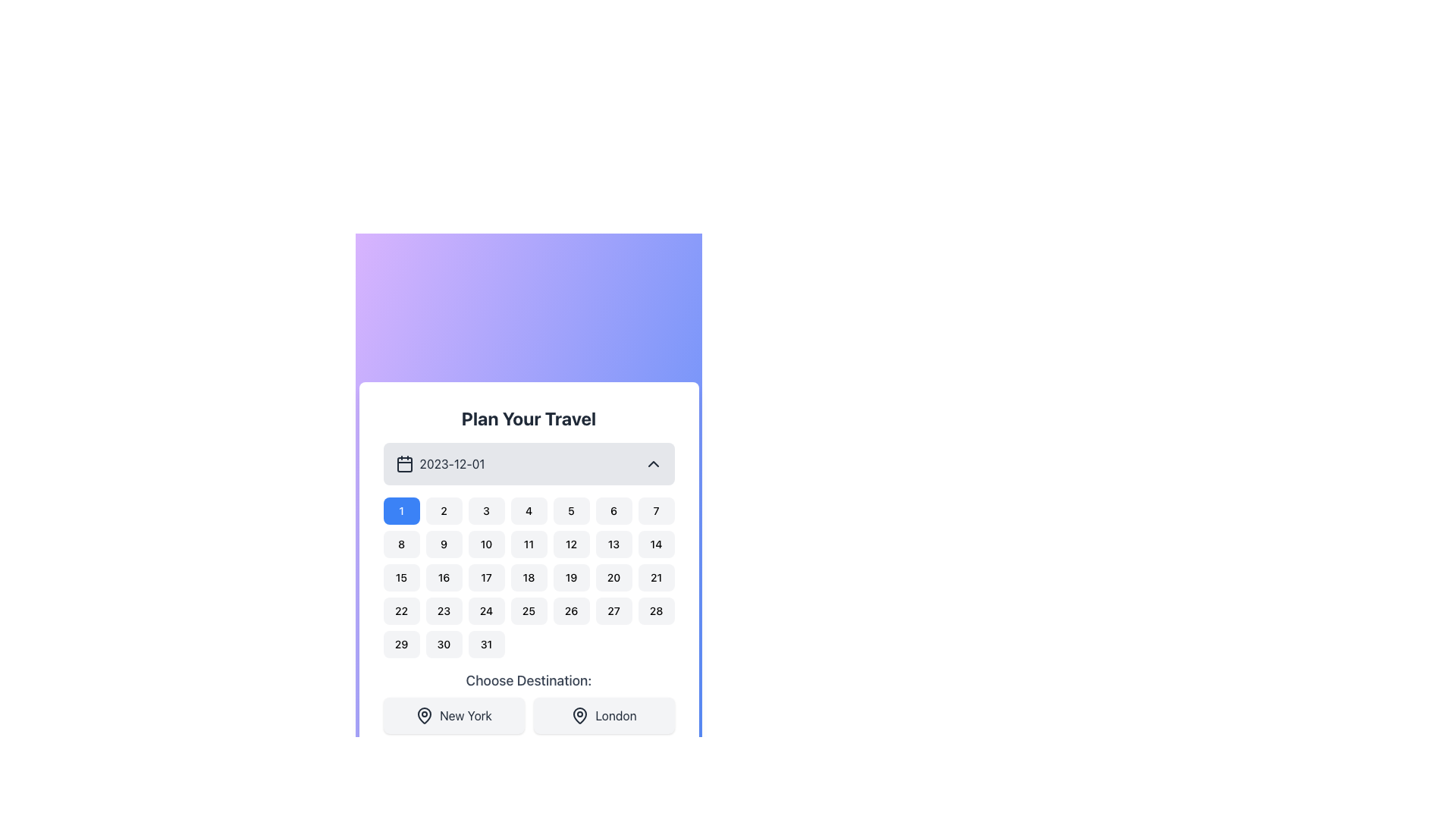 The image size is (1456, 819). I want to click on the button labeled '6', which is styled with rounded corners and a gray background that changes to blue when hovered, to observe the hover effect, so click(613, 511).